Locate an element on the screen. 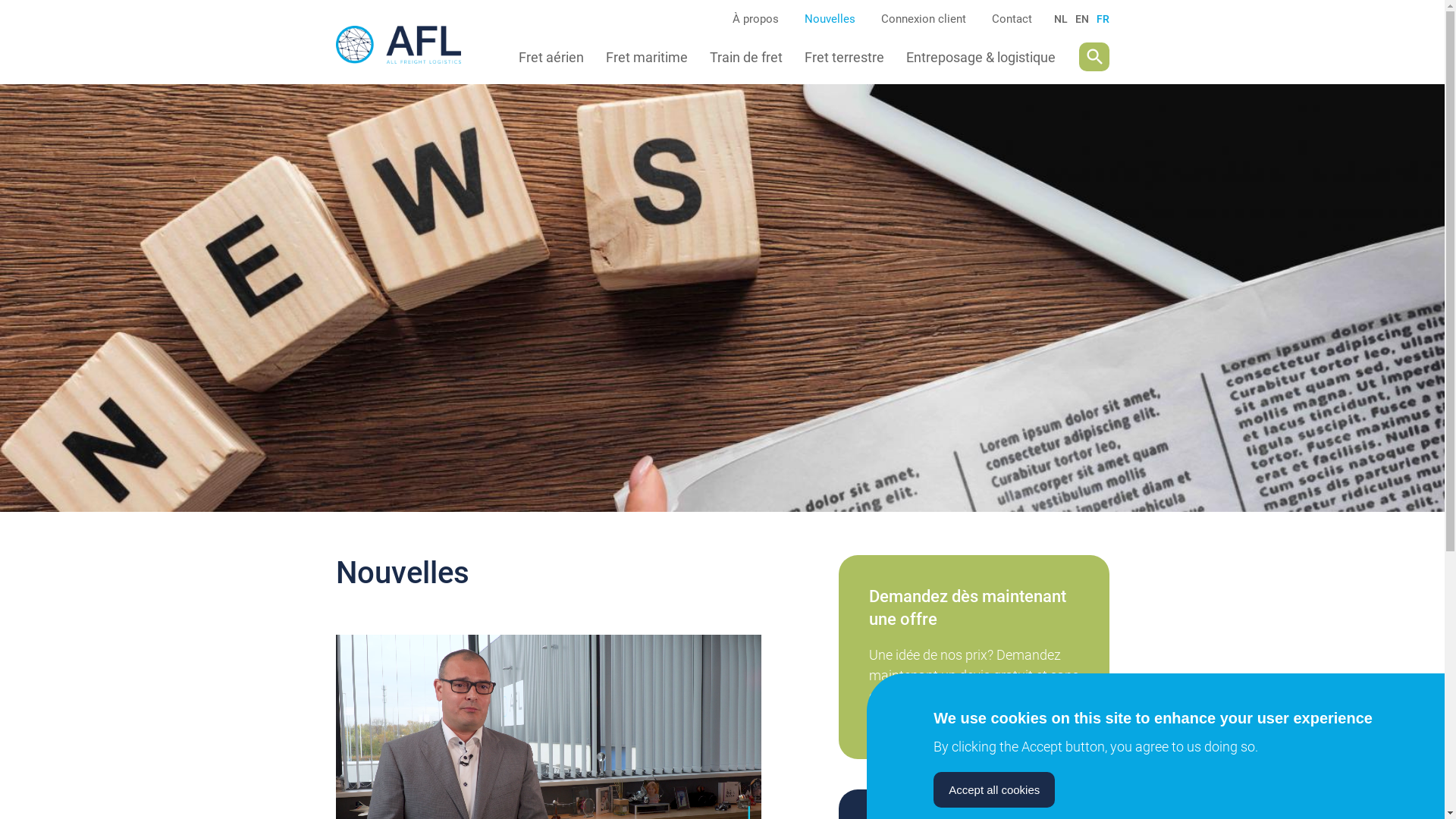 This screenshot has width=1456, height=819. 'offre' is located at coordinates (974, 656).